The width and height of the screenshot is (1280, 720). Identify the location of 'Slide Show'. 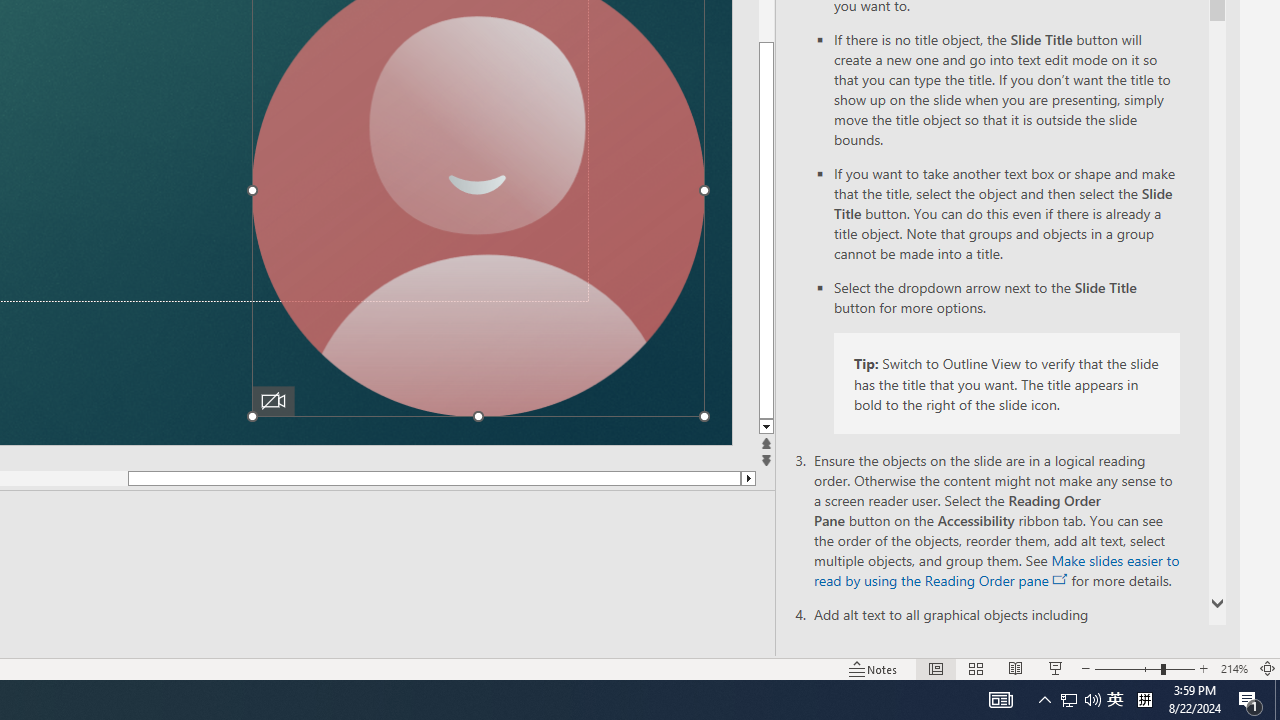
(1055, 669).